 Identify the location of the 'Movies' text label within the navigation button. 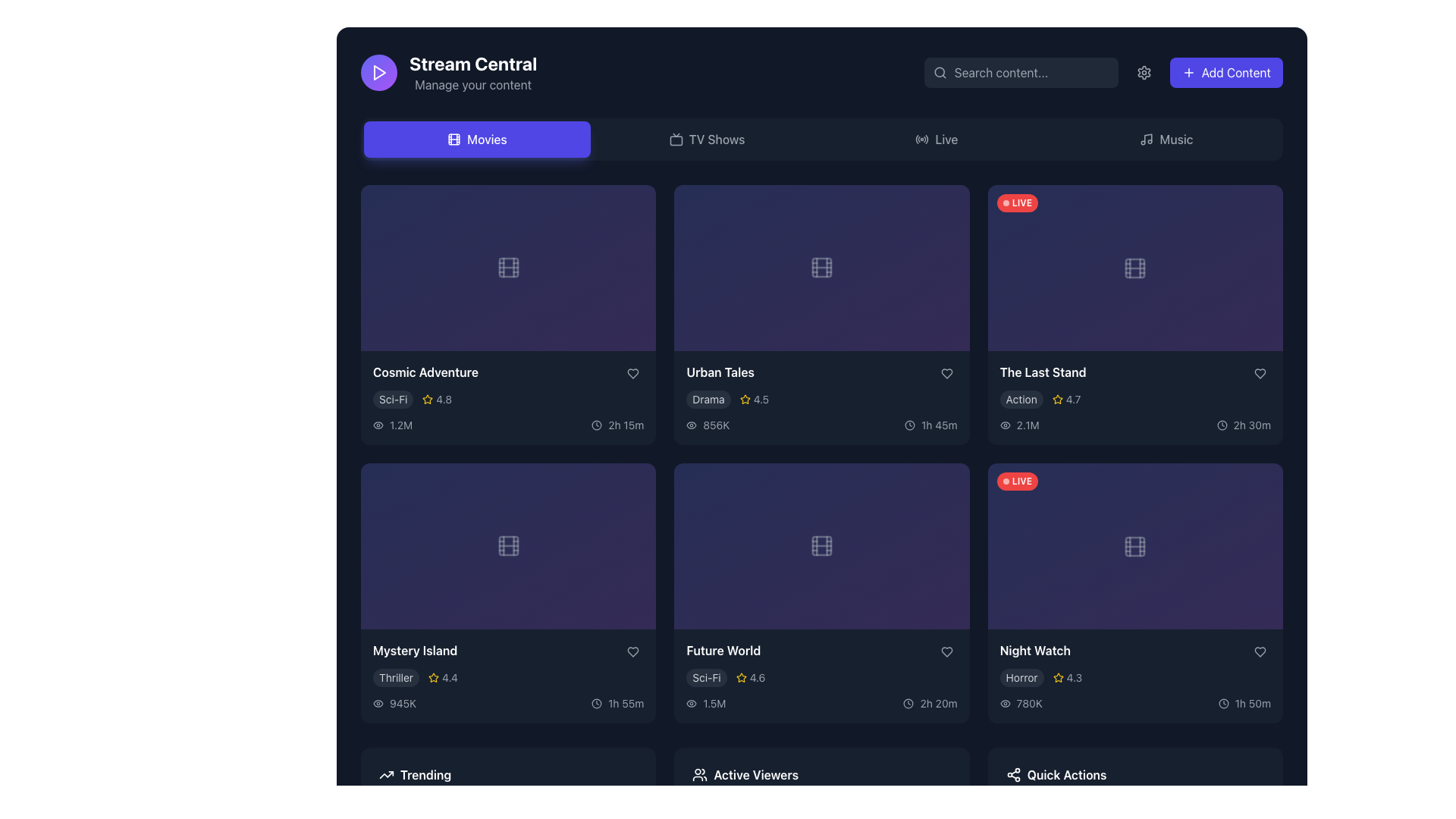
(487, 140).